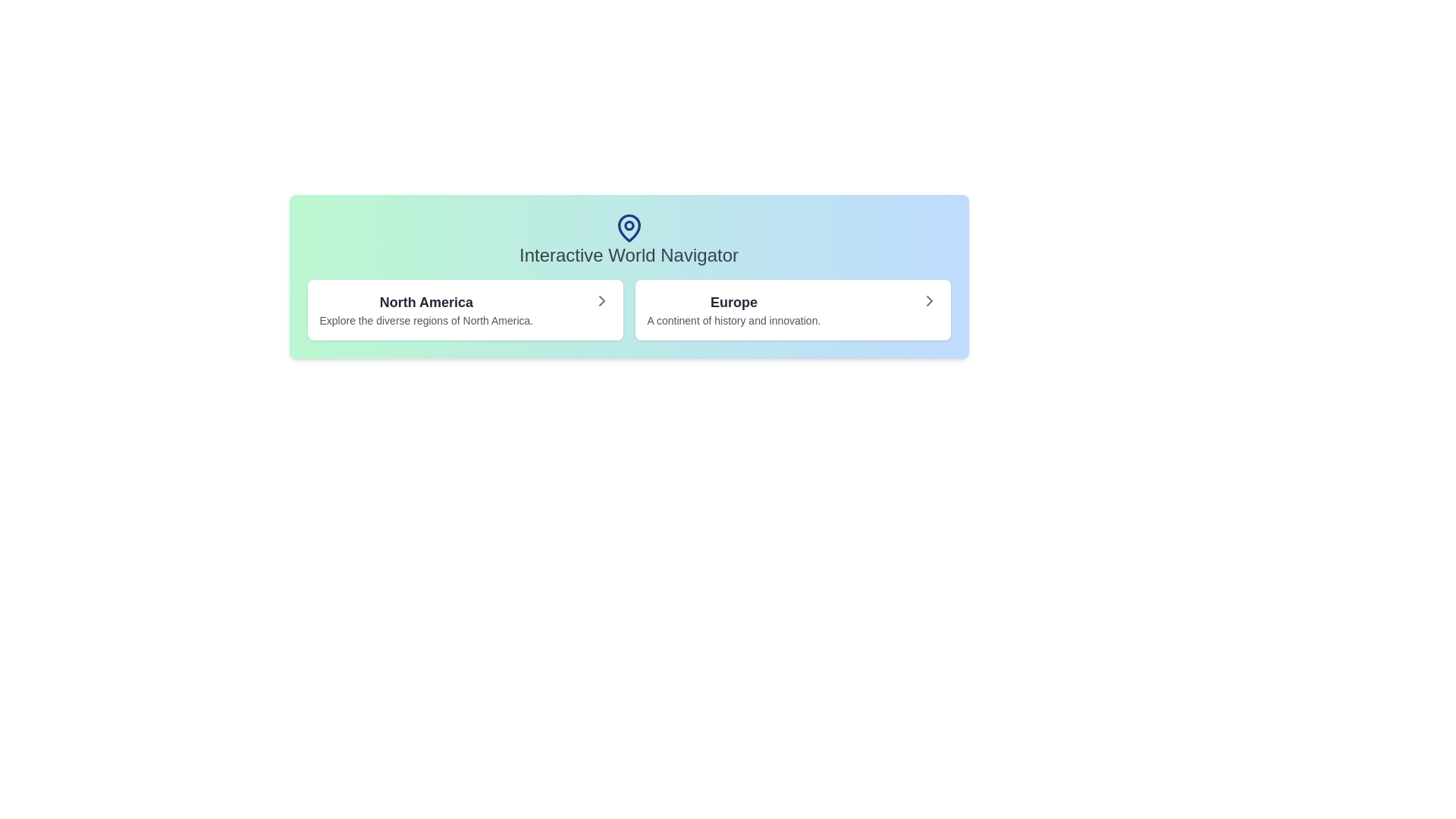  Describe the element at coordinates (425, 320) in the screenshot. I see `the static text component that reads 'Explore the diverse regions of North America', located below the heading 'North America' in a card layout` at that location.